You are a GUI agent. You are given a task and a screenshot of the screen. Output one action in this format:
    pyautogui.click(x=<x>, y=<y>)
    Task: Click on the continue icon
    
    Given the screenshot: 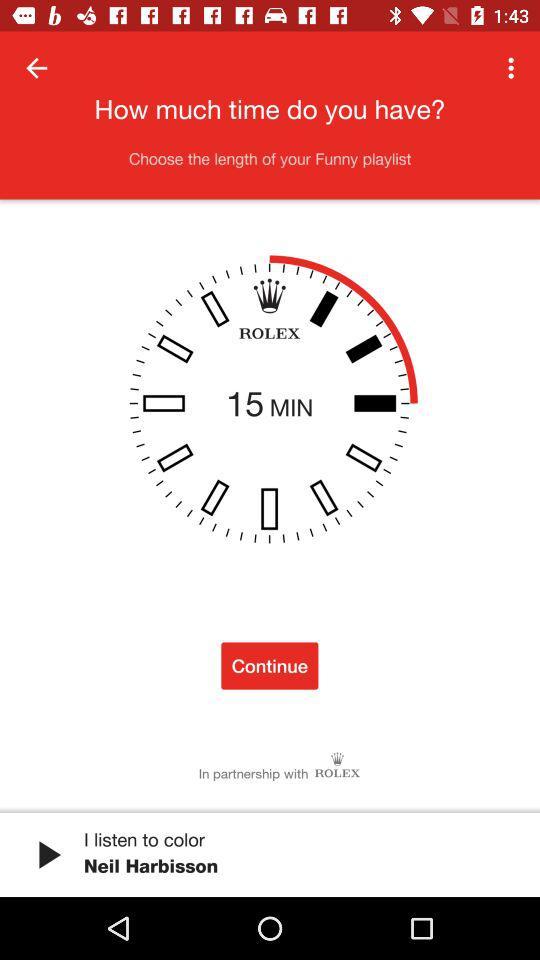 What is the action you would take?
    pyautogui.click(x=269, y=665)
    